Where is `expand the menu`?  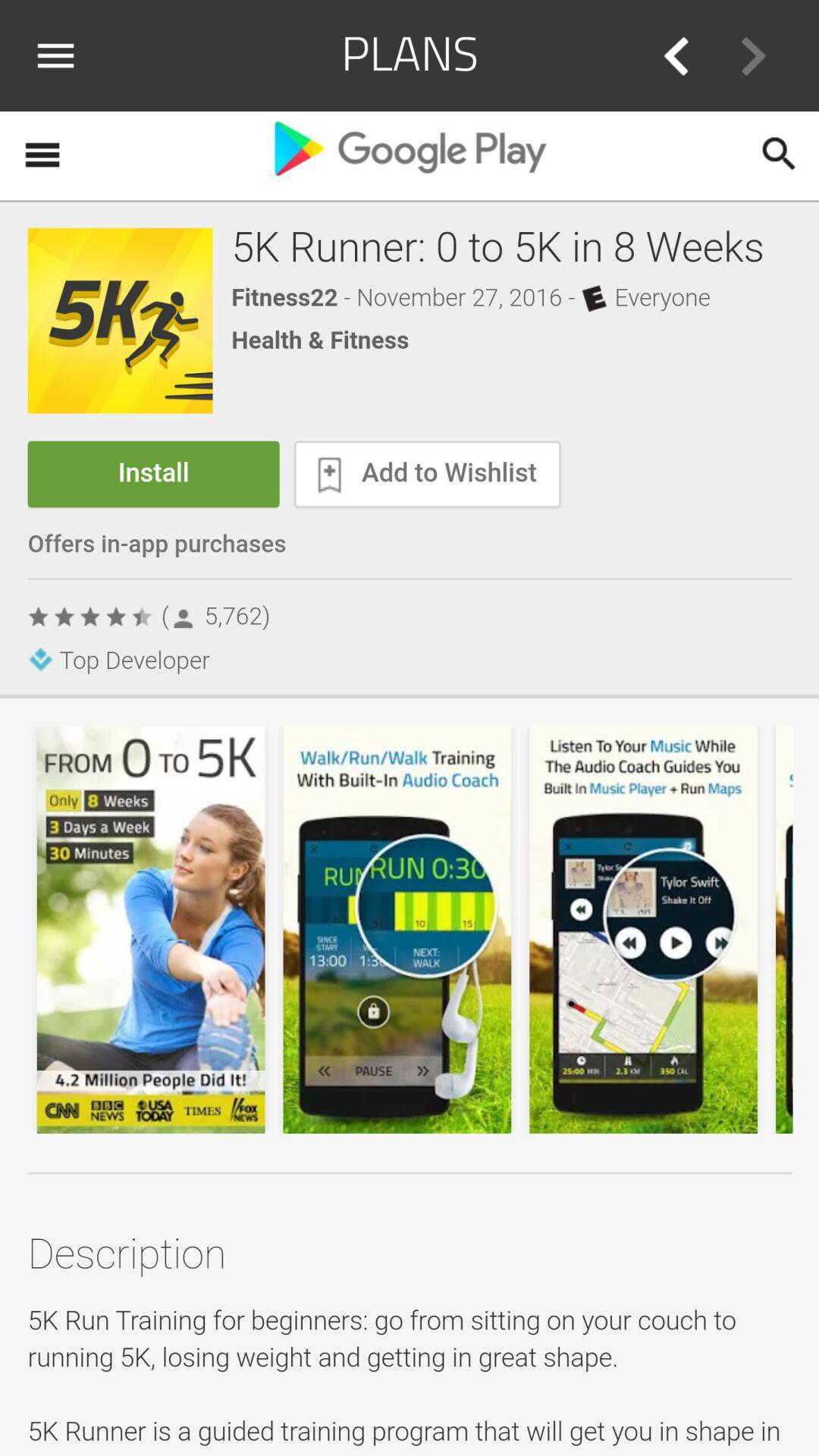 expand the menu is located at coordinates (61, 55).